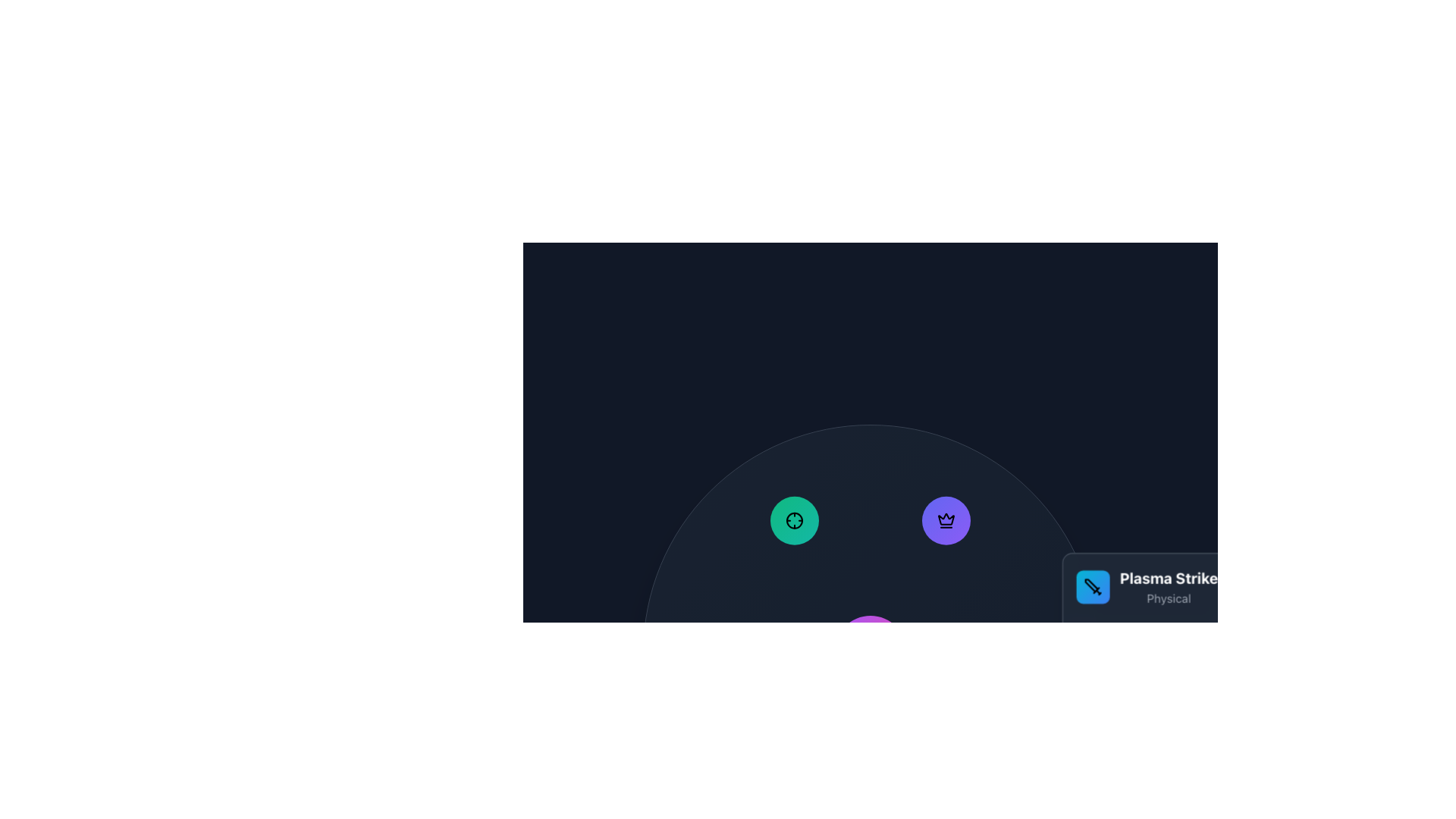  What do you see at coordinates (946, 519) in the screenshot?
I see `the interactive button with a crown icon located` at bounding box center [946, 519].